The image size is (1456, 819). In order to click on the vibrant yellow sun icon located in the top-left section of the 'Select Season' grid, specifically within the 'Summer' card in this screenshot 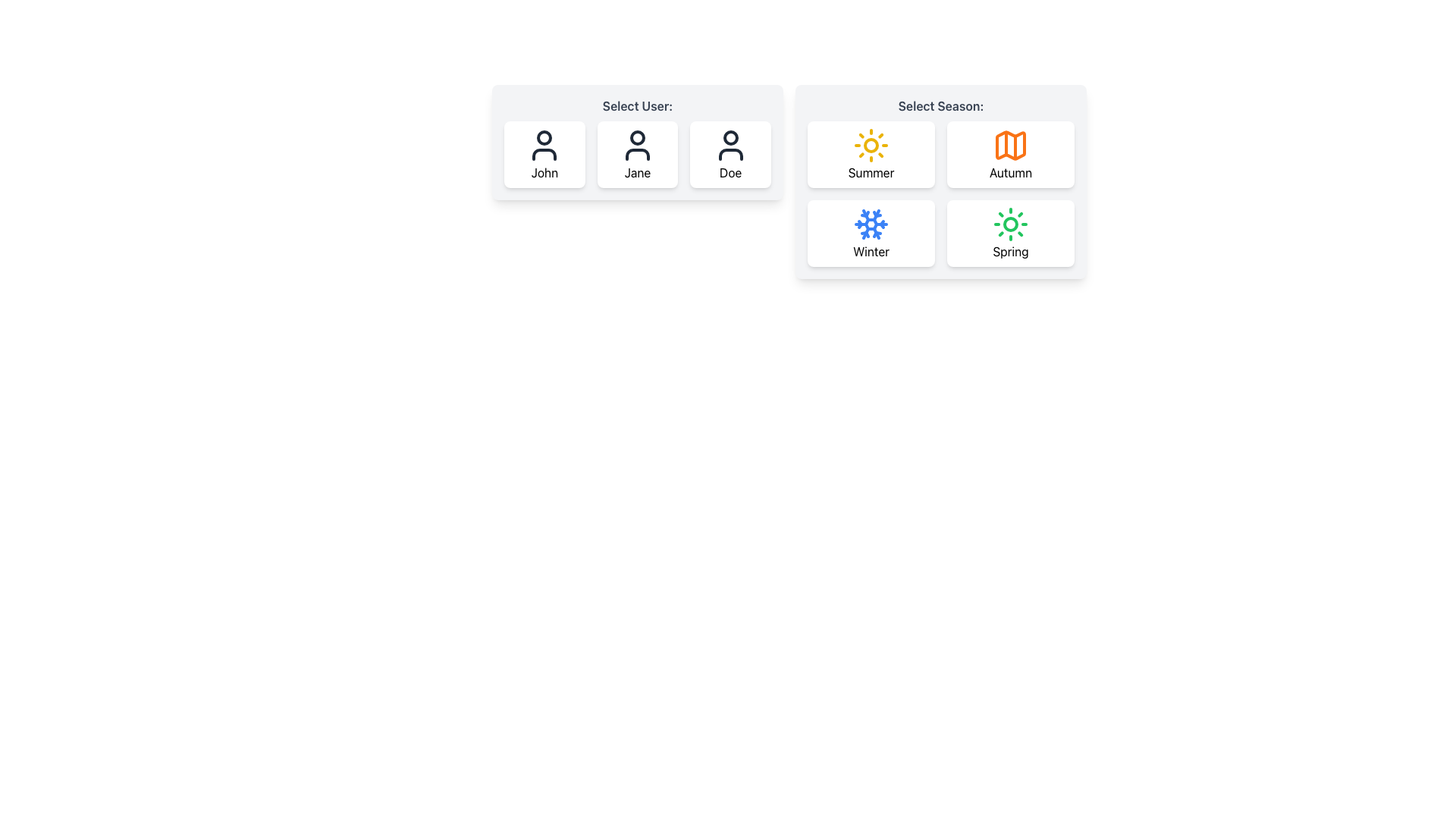, I will do `click(871, 146)`.